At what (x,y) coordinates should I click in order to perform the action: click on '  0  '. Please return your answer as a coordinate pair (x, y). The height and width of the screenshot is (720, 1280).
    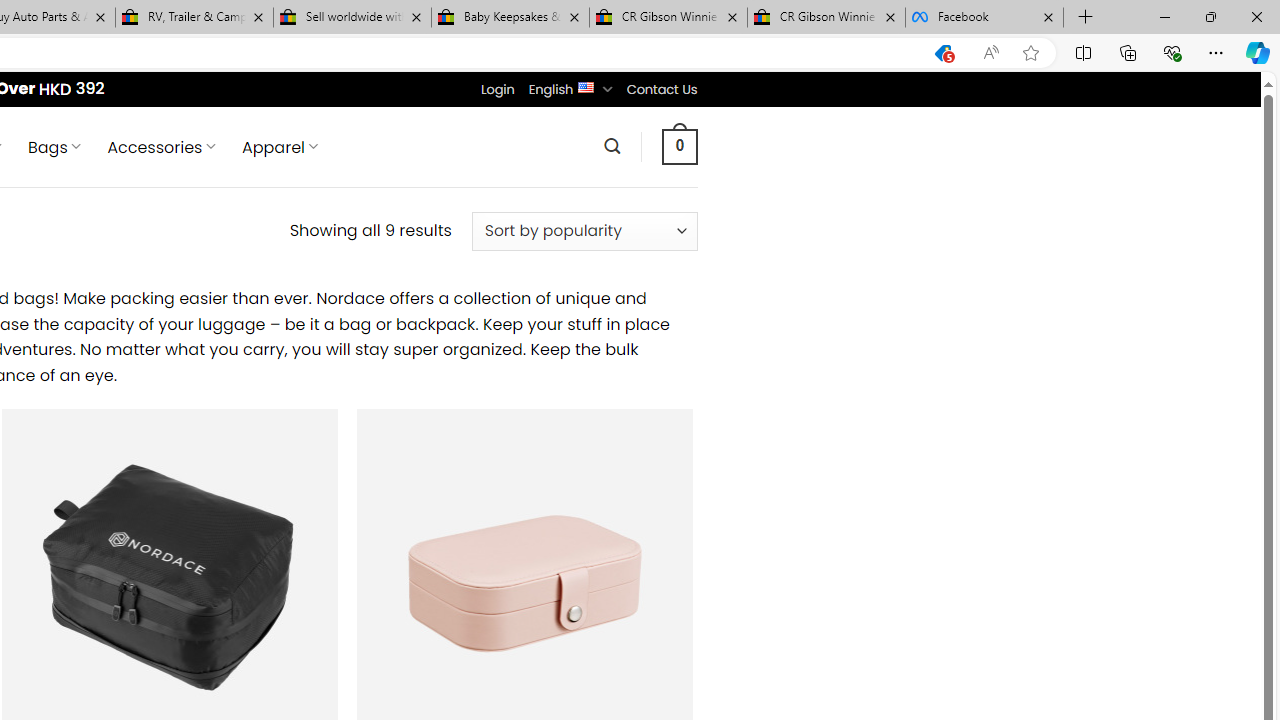
    Looking at the image, I should click on (679, 145).